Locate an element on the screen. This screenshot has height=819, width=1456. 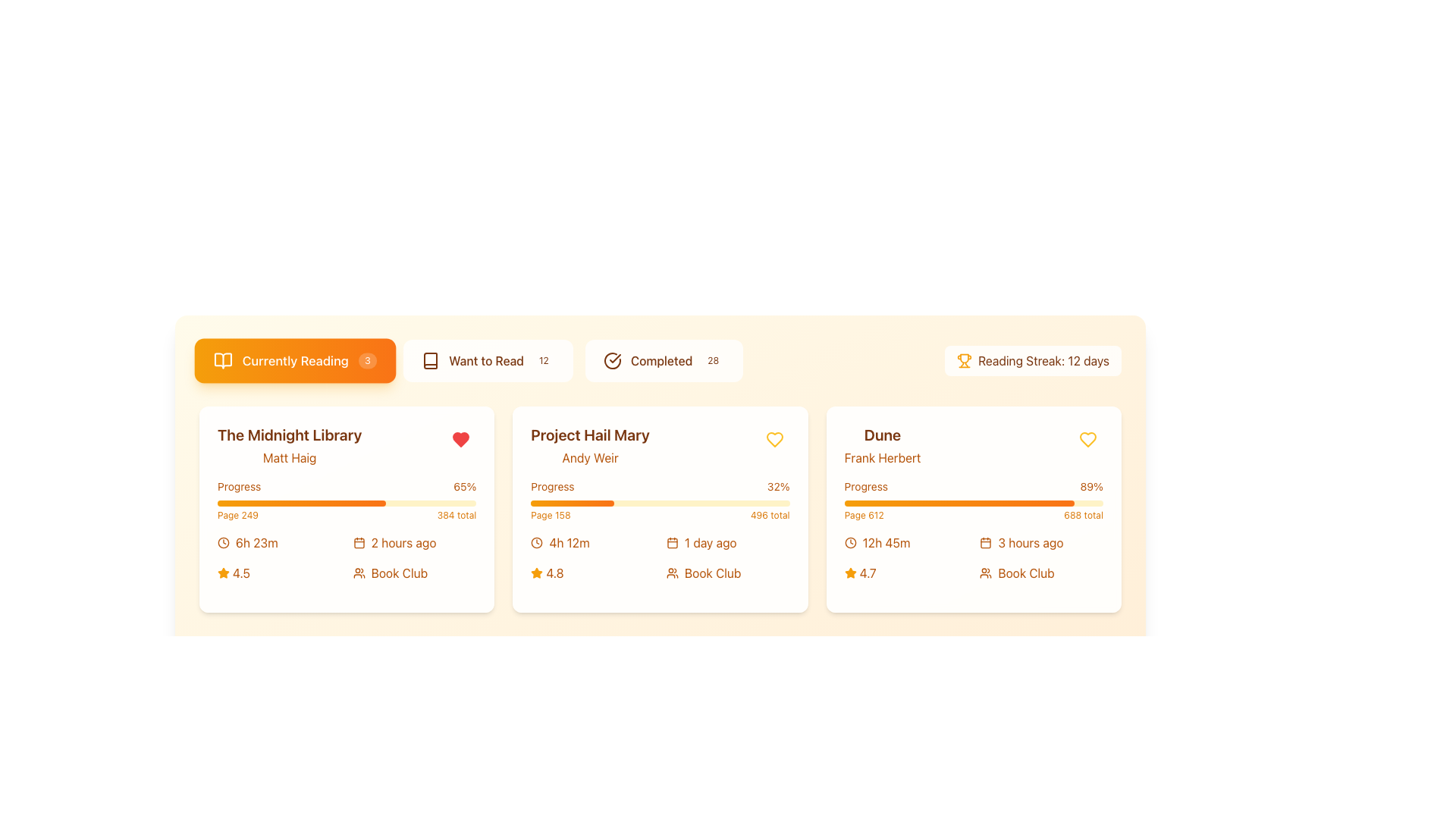
title and author information displayed in the Text display element located in the first card of the 'Currently Reading' section is located at coordinates (290, 444).